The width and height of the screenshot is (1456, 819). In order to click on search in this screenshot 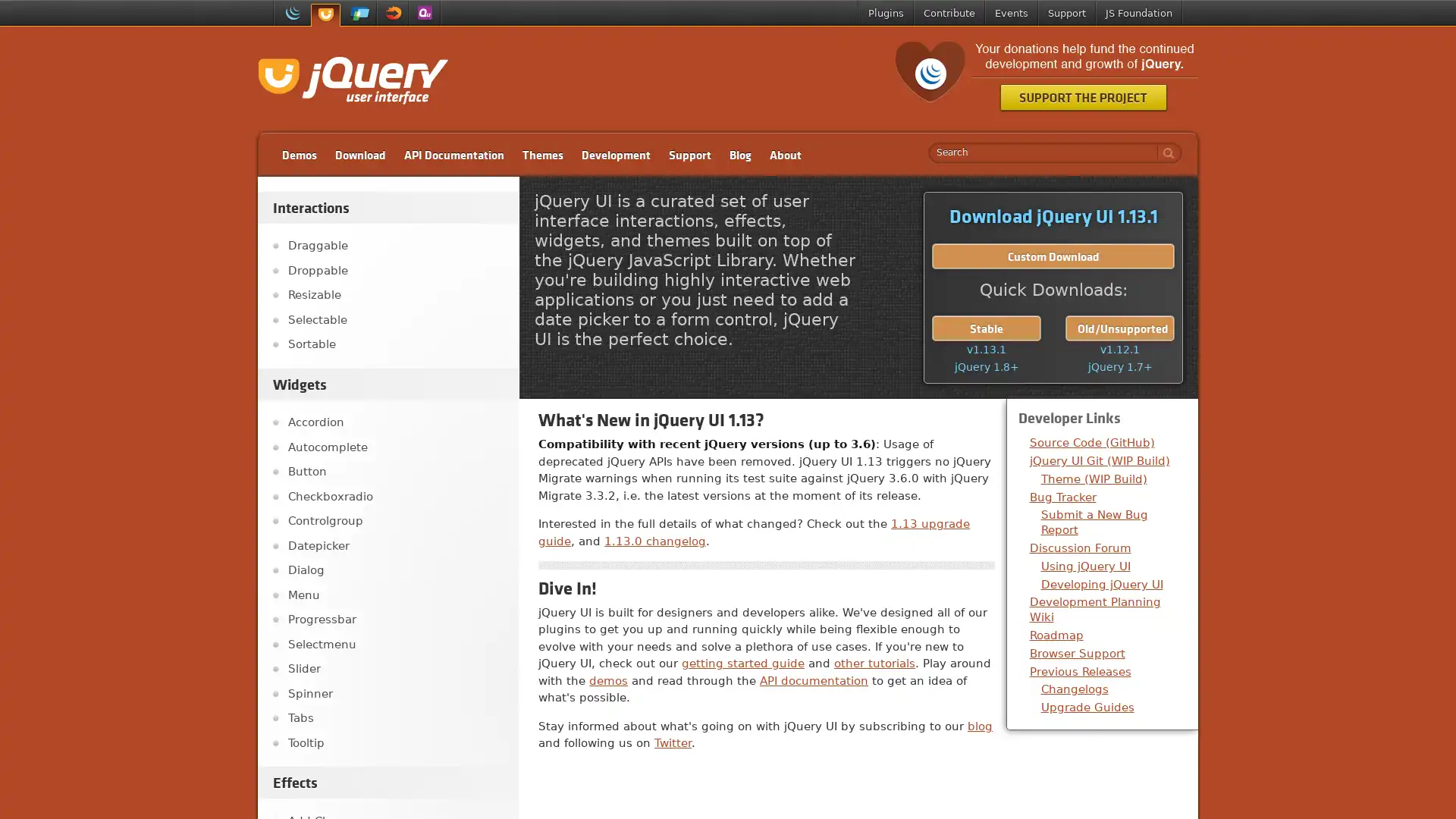, I will do `click(1164, 152)`.